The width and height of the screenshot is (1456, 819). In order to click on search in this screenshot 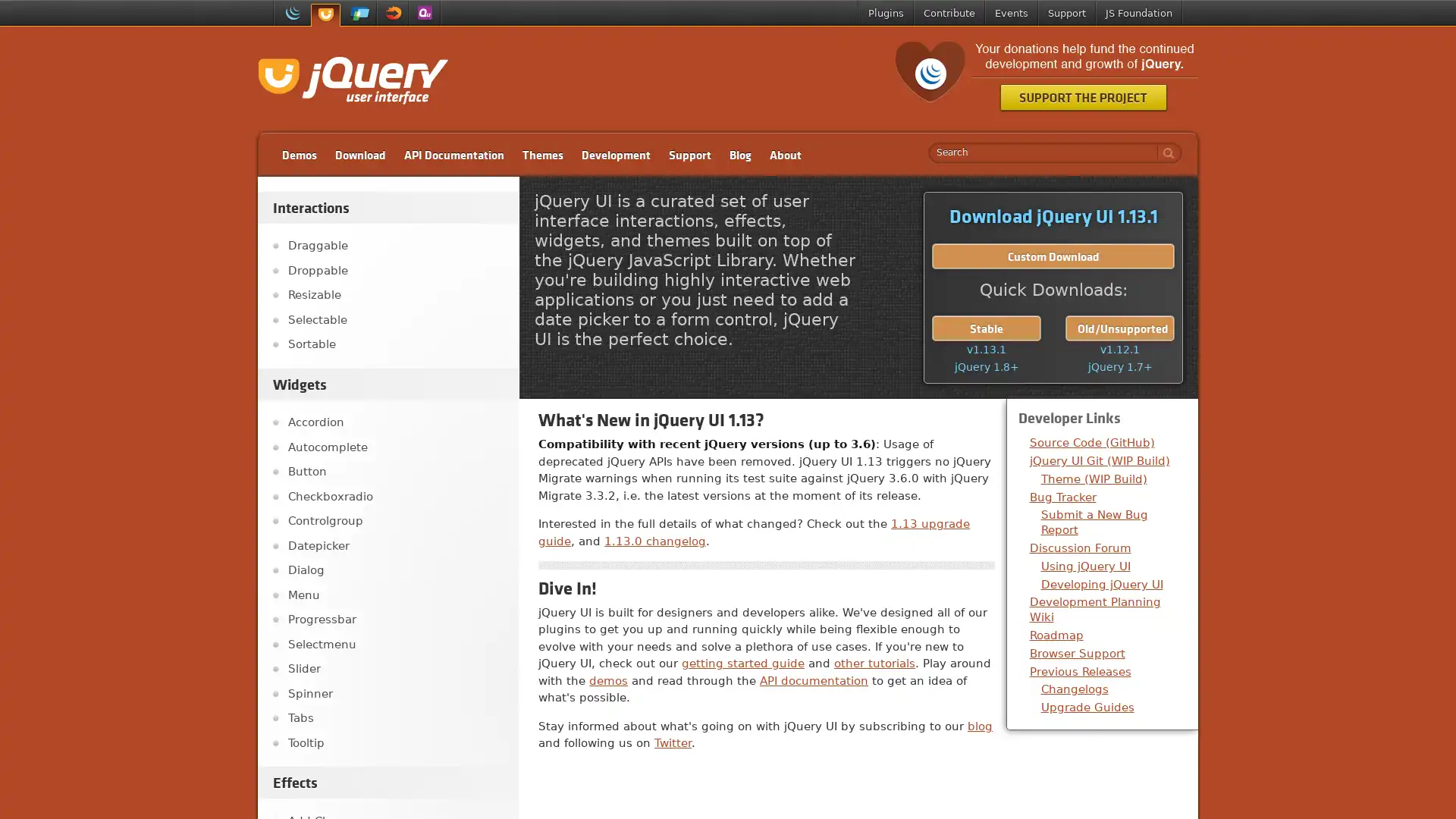, I will do `click(1164, 152)`.